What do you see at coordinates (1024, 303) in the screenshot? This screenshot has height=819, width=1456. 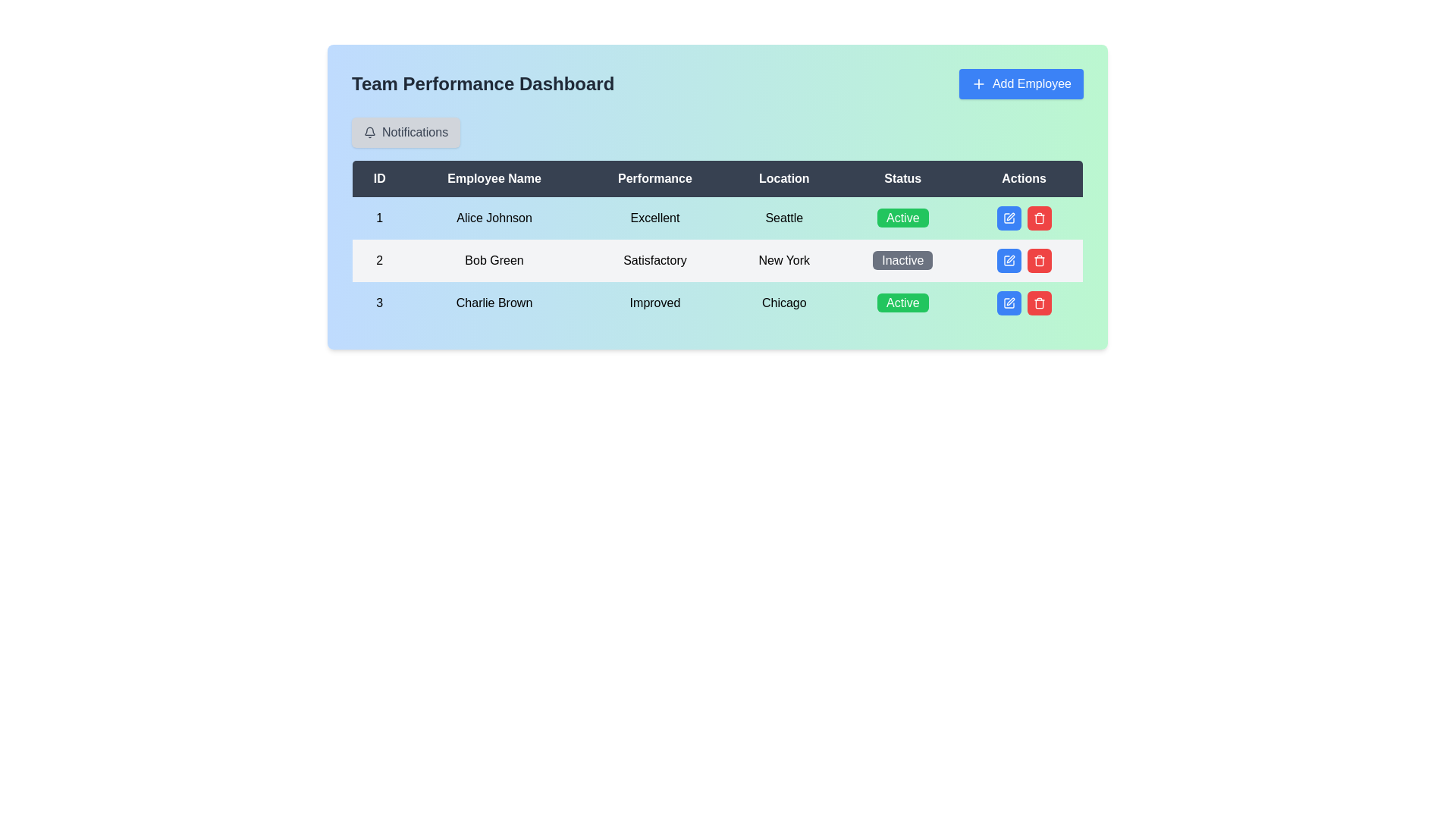 I see `the red delete button located in the last row of the 'Team Performance Dashboard' table, under the 'Actions' column` at bounding box center [1024, 303].